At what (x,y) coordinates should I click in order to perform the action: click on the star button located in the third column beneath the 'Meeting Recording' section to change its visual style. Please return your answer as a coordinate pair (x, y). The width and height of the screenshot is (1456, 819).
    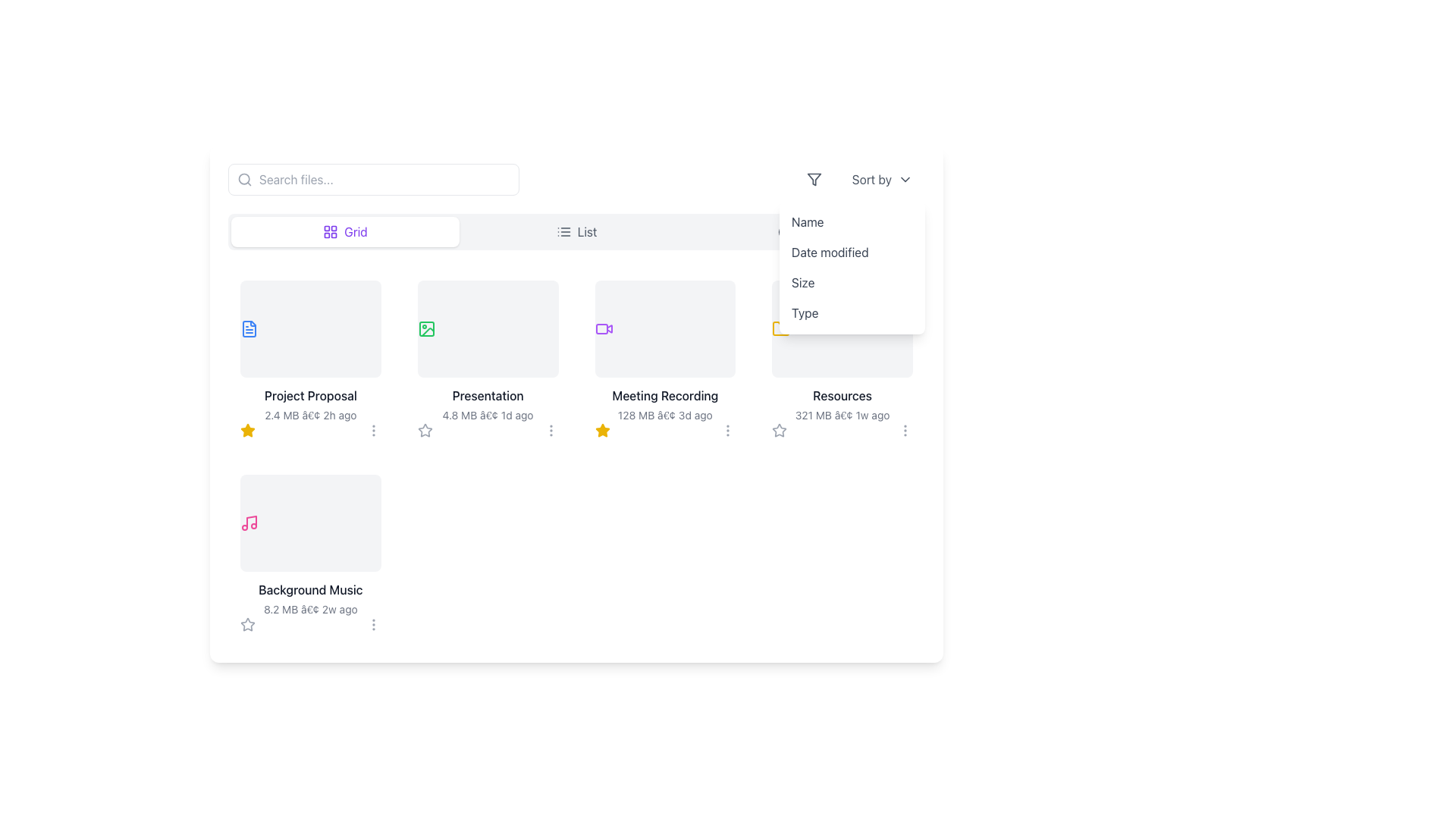
    Looking at the image, I should click on (601, 430).